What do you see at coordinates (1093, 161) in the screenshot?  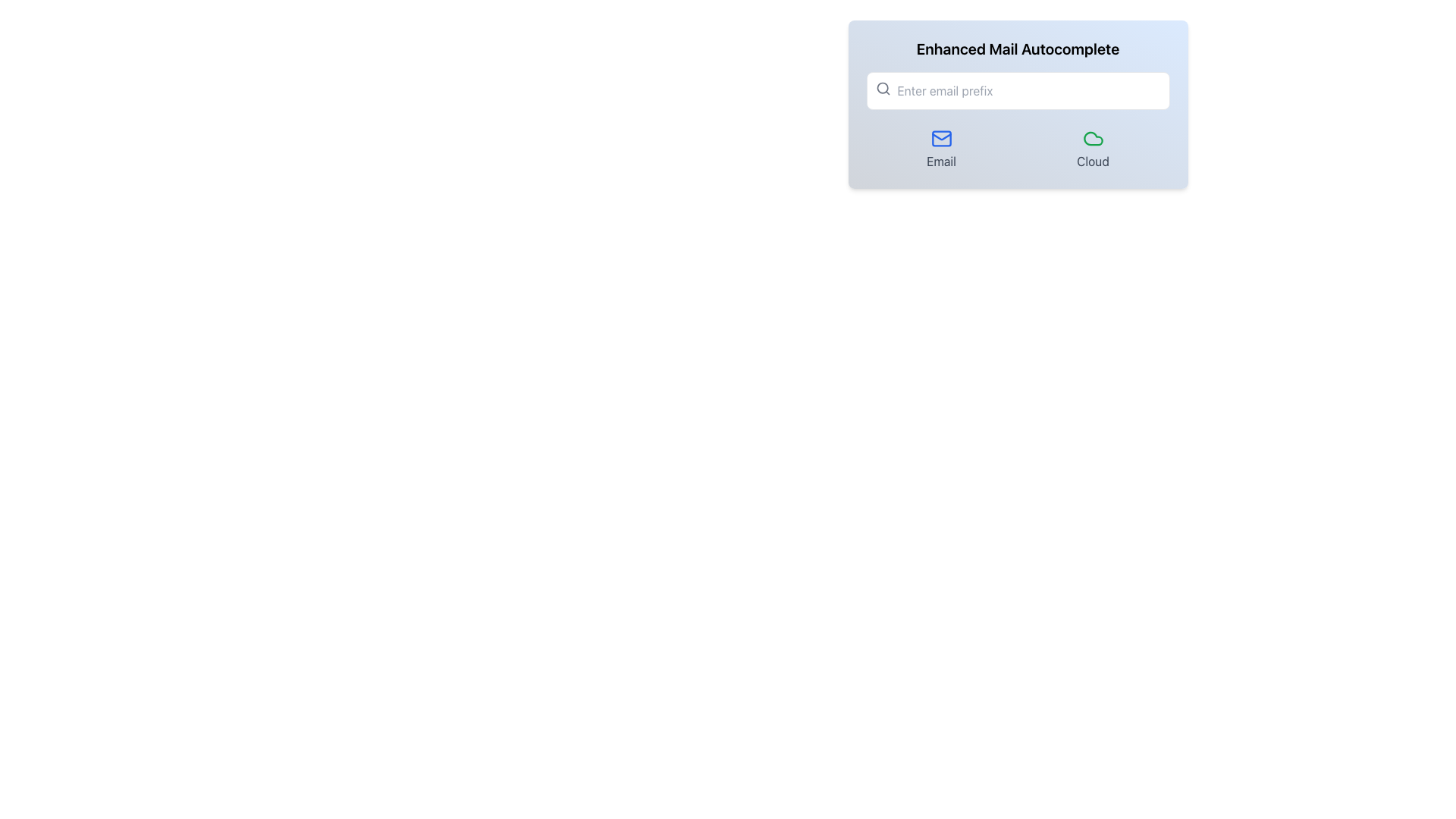 I see `the text label 'Cloud' located below the green cloud icon, which is positioned to the right of the 'Email' option` at bounding box center [1093, 161].